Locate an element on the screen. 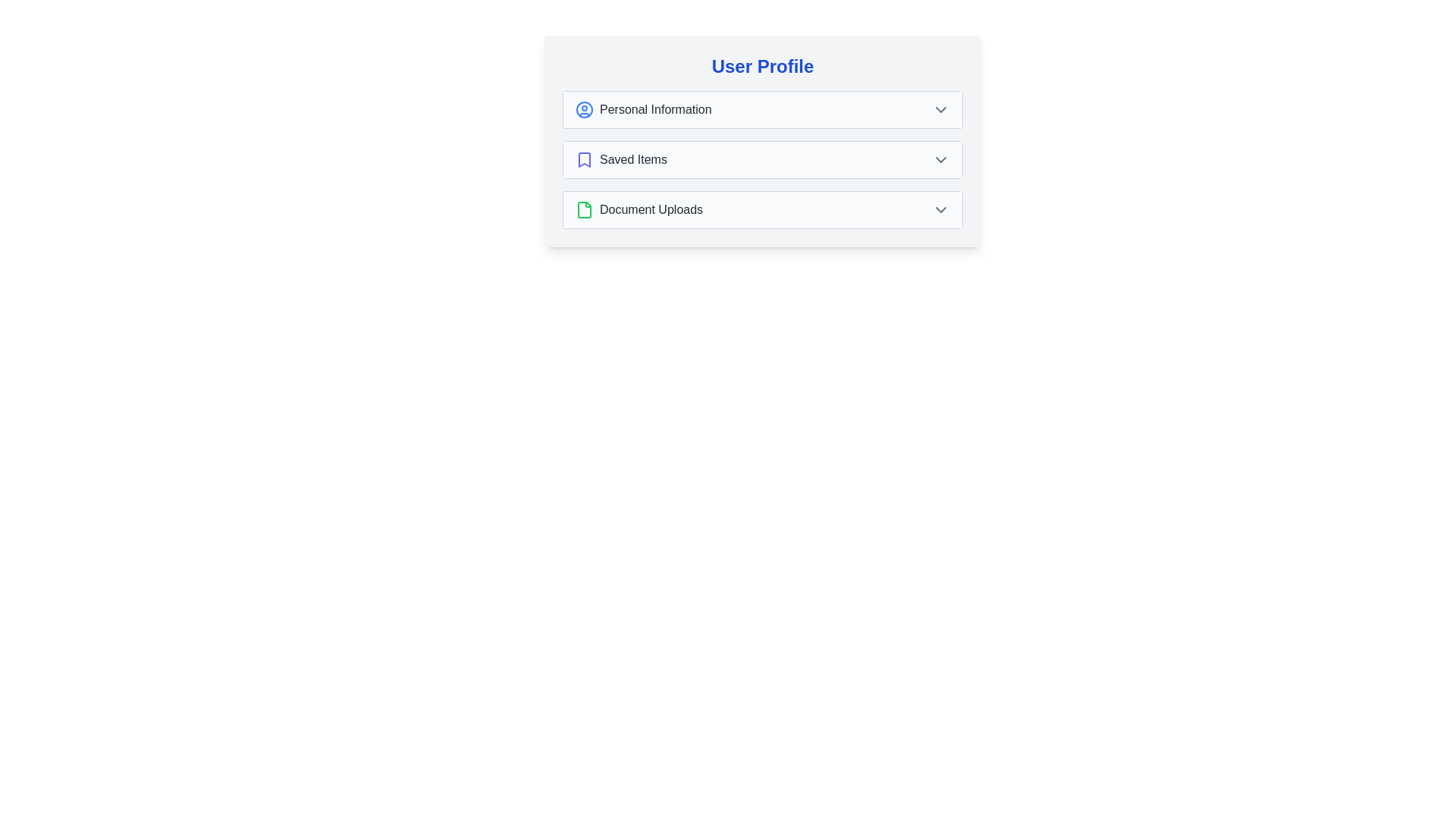  on the 'Document Uploads' menu item, which is the third item in the vertical list under the 'User Profile' section, represented by a file icon and a dark grey label is located at coordinates (639, 210).